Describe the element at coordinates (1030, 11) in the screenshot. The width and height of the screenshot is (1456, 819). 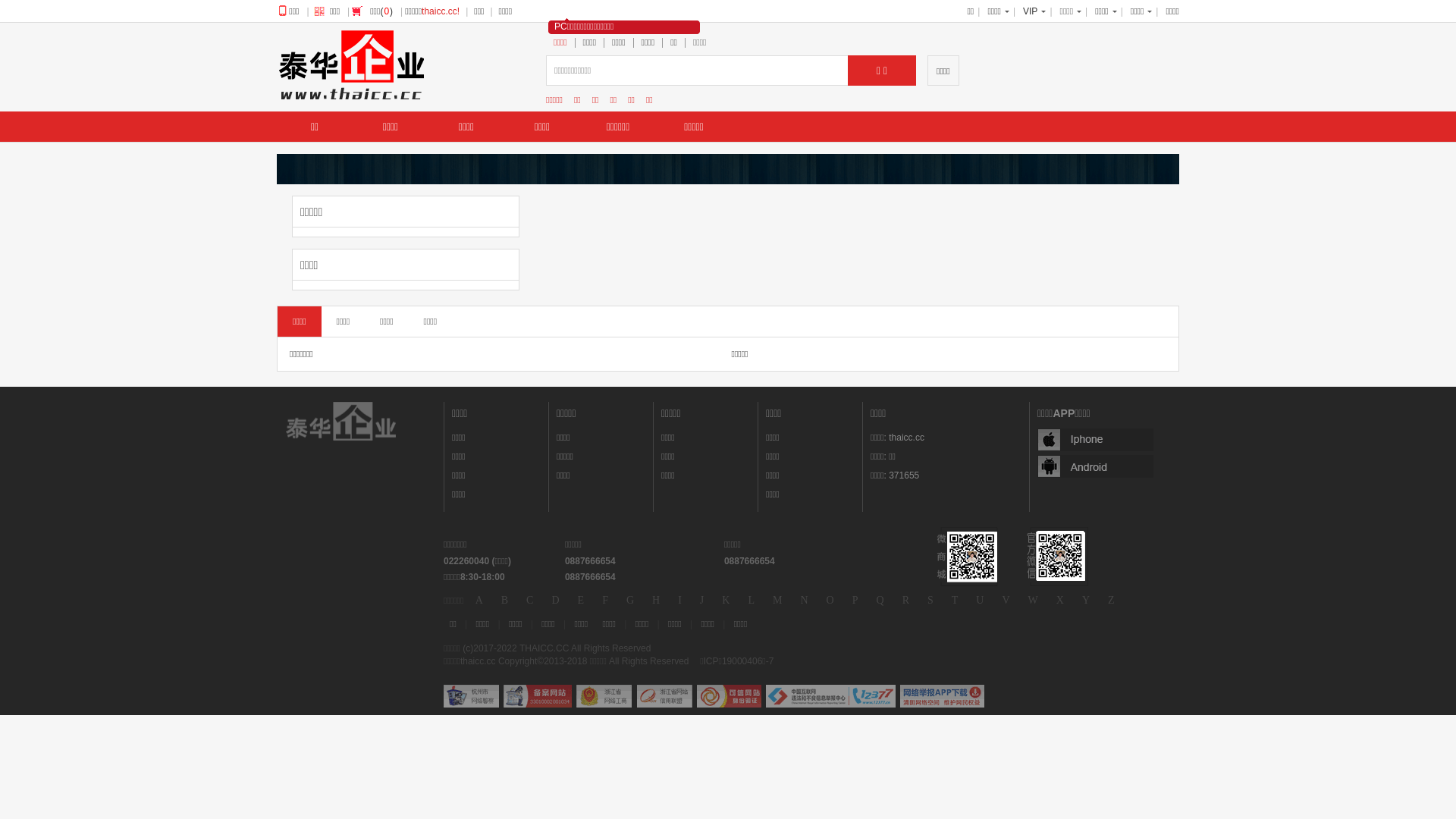
I see `'VIP'` at that location.